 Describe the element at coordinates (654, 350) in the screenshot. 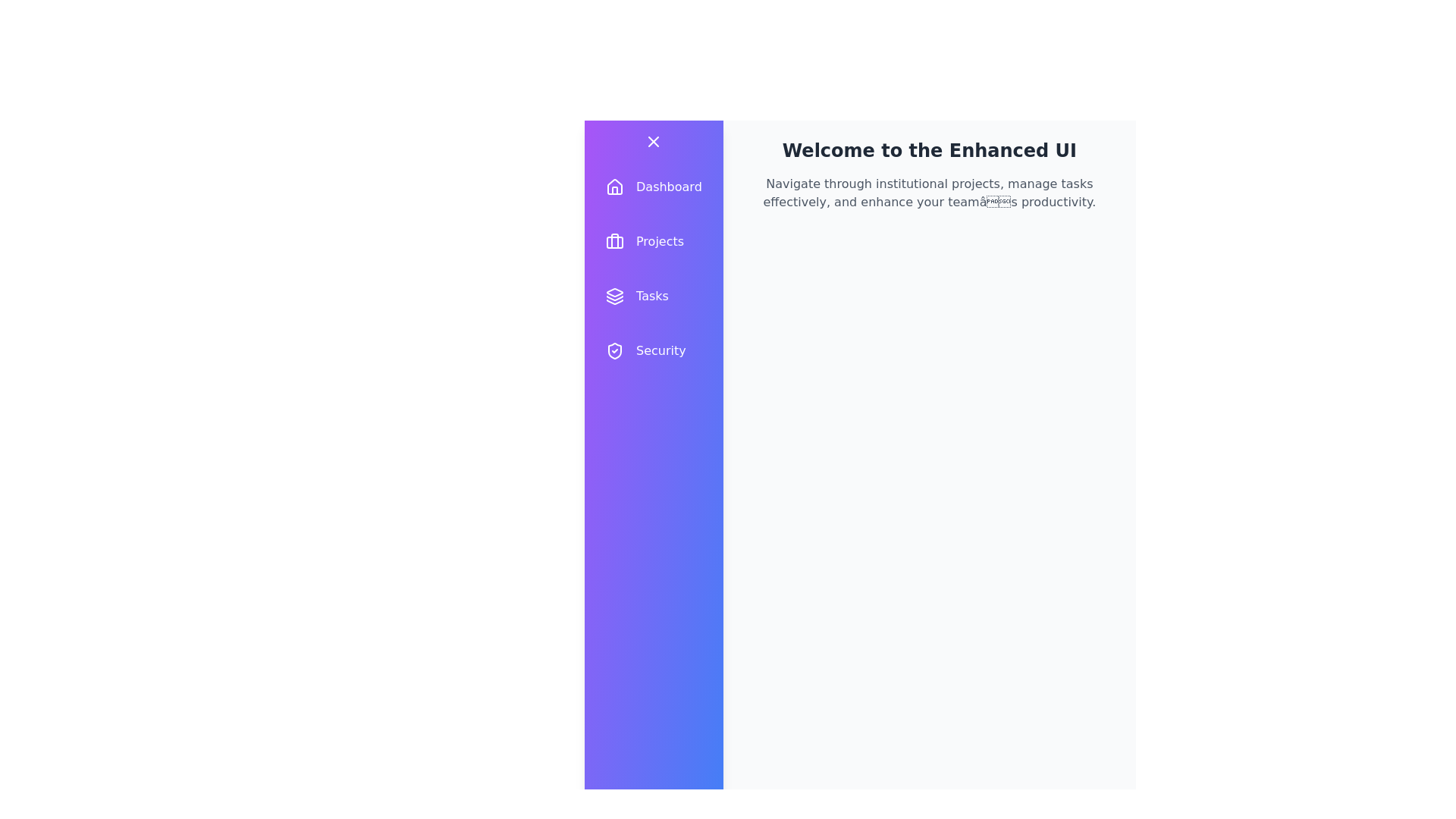

I see `the fourth navigation item in the left-aligned sidebar` at that location.